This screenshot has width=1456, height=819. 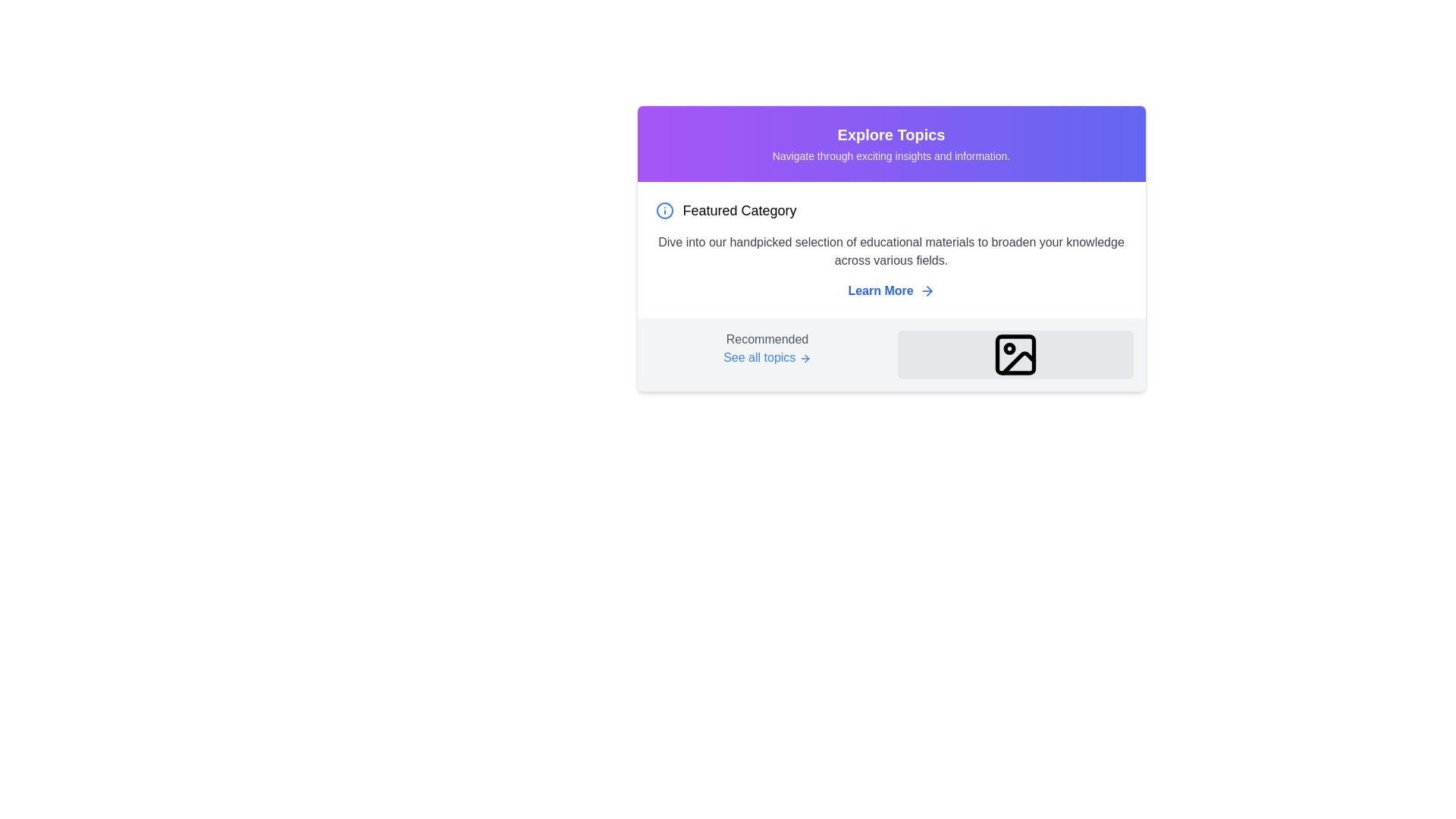 What do you see at coordinates (739, 210) in the screenshot?
I see `the text label that reads 'Featured Category', which is styled in a medium-large sans-serif font and is positioned to the right of an information icon` at bounding box center [739, 210].